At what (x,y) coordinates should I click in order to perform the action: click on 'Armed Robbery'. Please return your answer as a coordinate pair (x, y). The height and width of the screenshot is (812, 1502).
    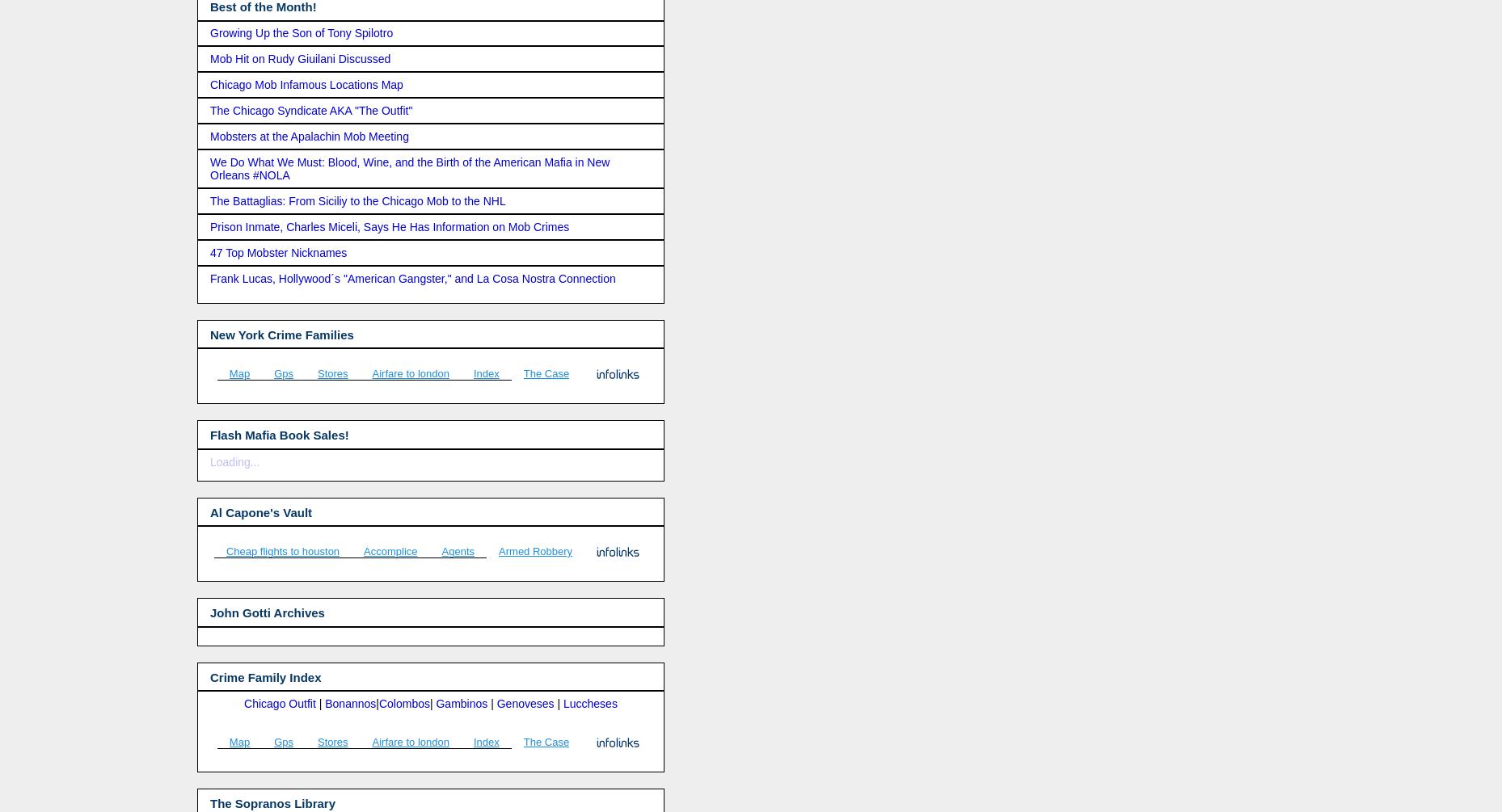
    Looking at the image, I should click on (535, 551).